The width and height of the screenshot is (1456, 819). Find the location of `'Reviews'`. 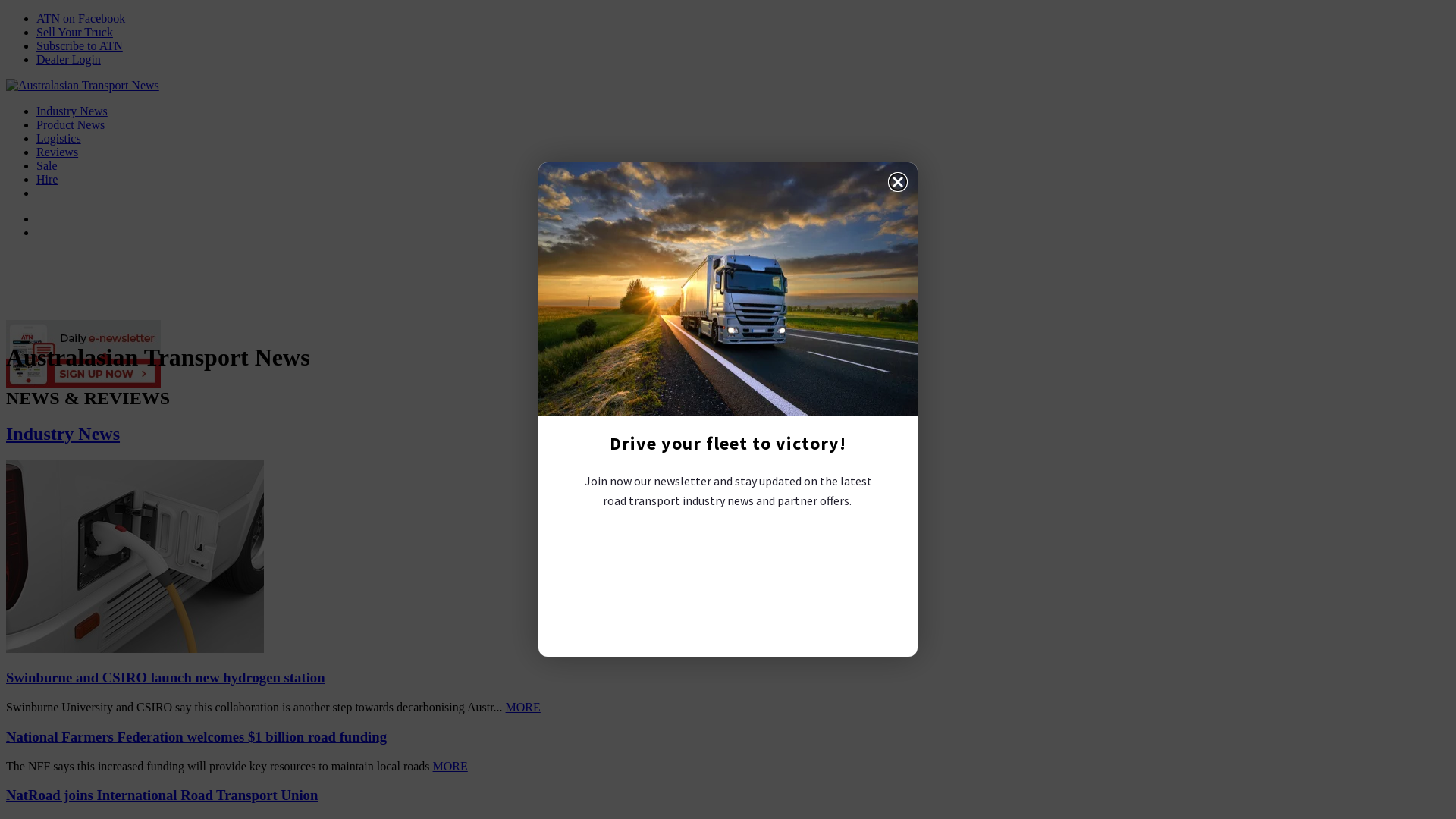

'Reviews' is located at coordinates (36, 152).